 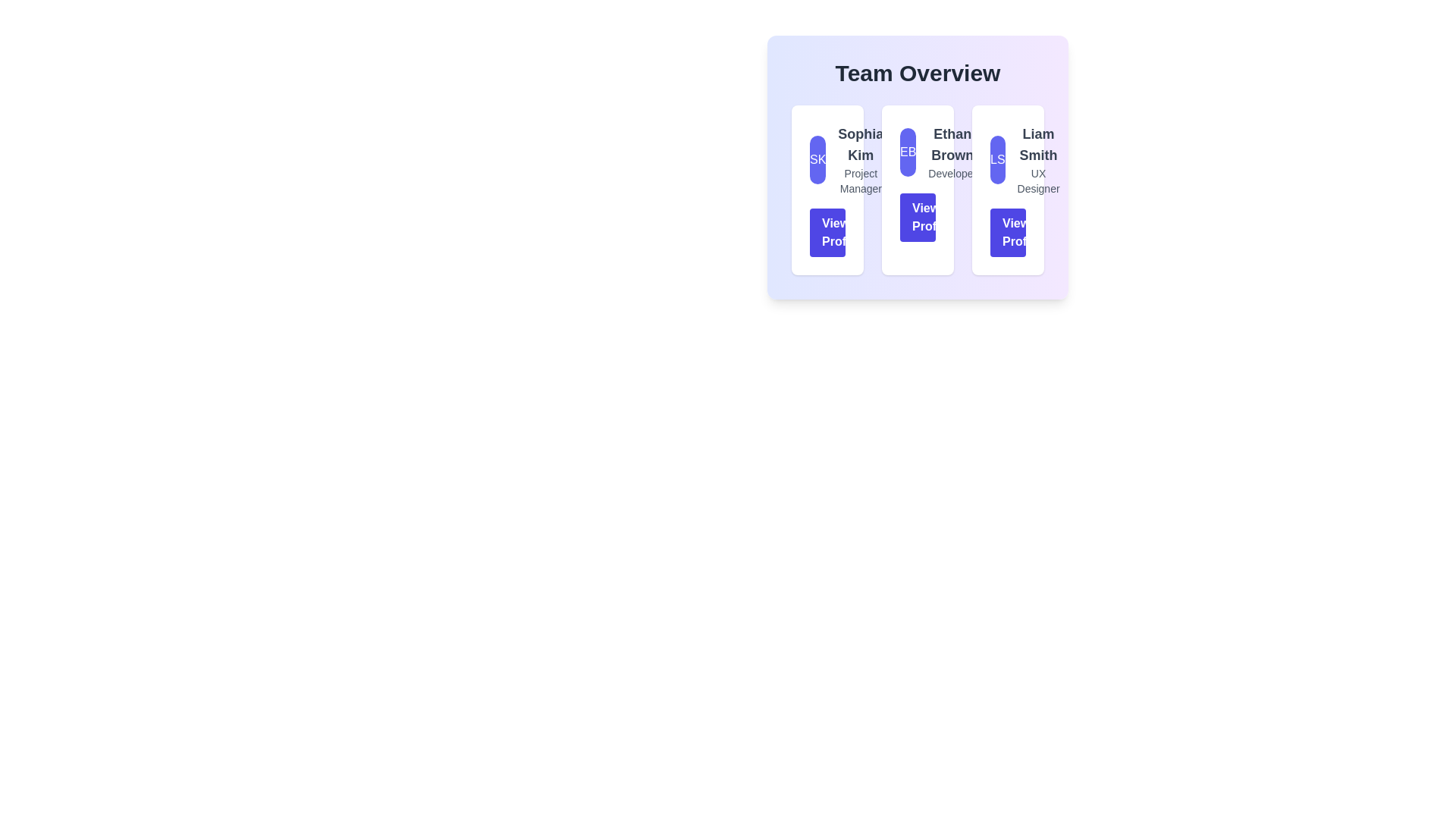 What do you see at coordinates (1008, 160) in the screenshot?
I see `the circular badge displaying 'LS' with a bold indigo background, located at the top-left quadrant of the profile card layout` at bounding box center [1008, 160].